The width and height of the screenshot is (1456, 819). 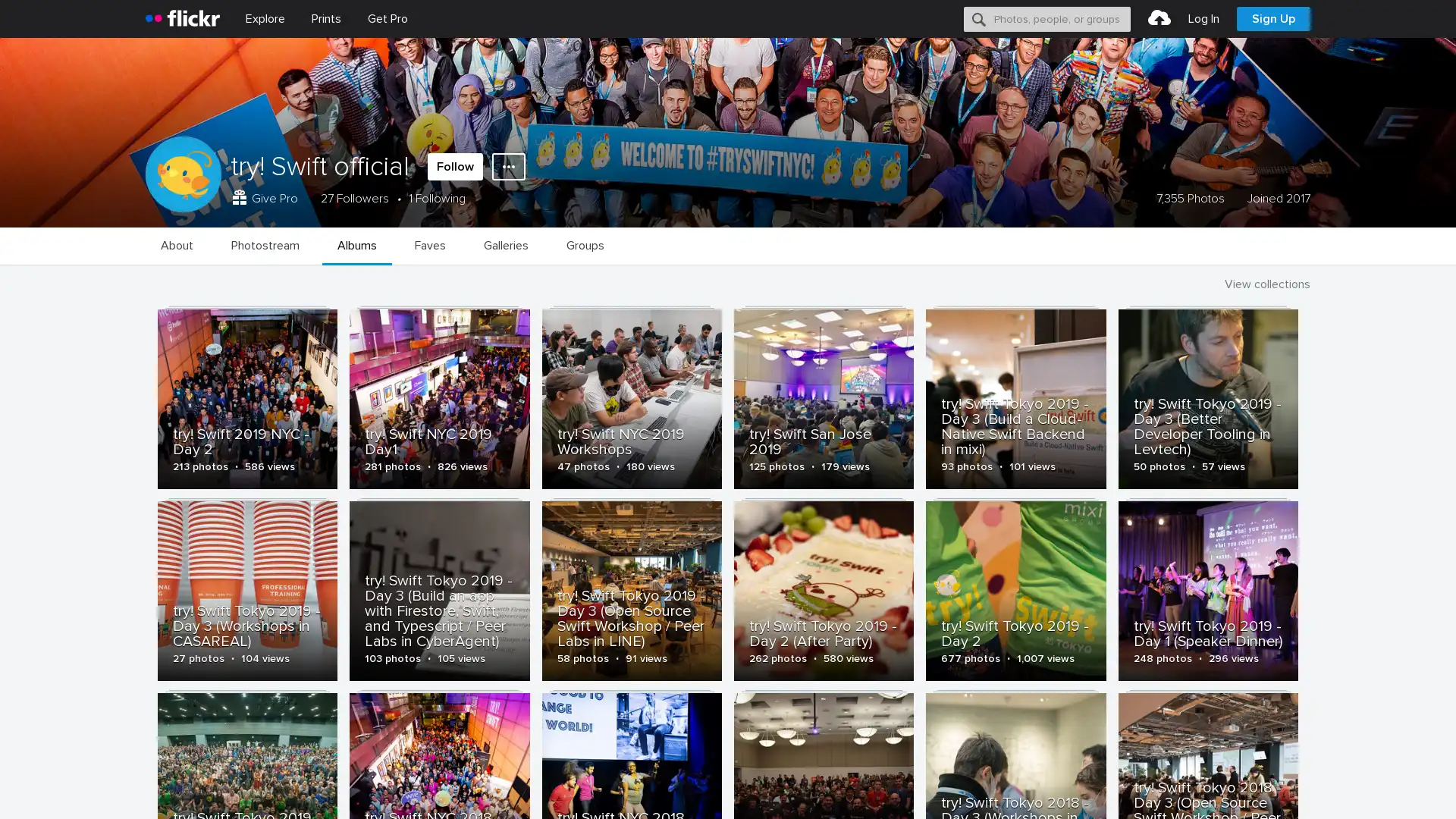 I want to click on Search, so click(x=979, y=18).